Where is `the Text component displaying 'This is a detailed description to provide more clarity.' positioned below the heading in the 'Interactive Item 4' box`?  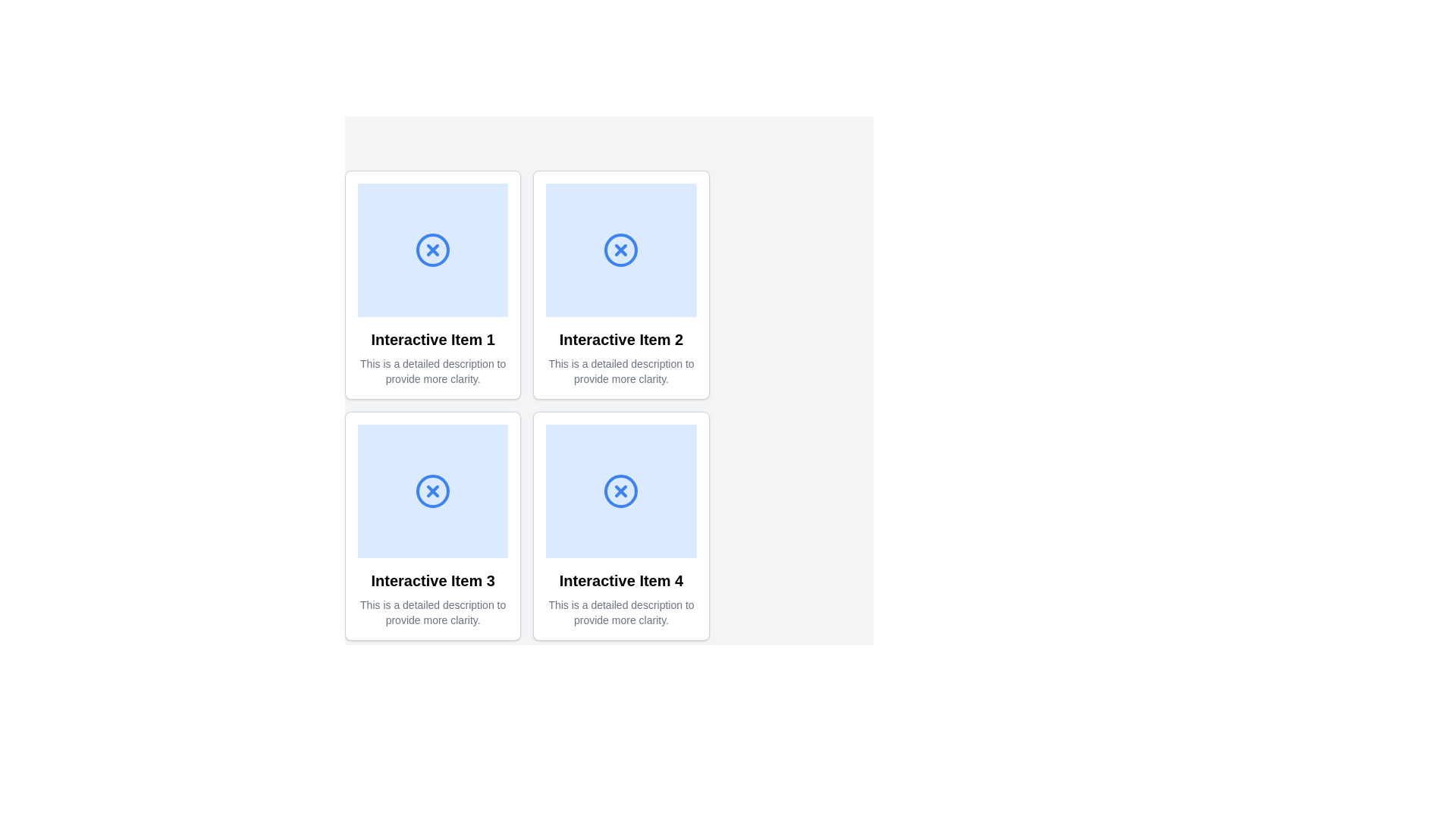 the Text component displaying 'This is a detailed description to provide more clarity.' positioned below the heading in the 'Interactive Item 4' box is located at coordinates (621, 611).